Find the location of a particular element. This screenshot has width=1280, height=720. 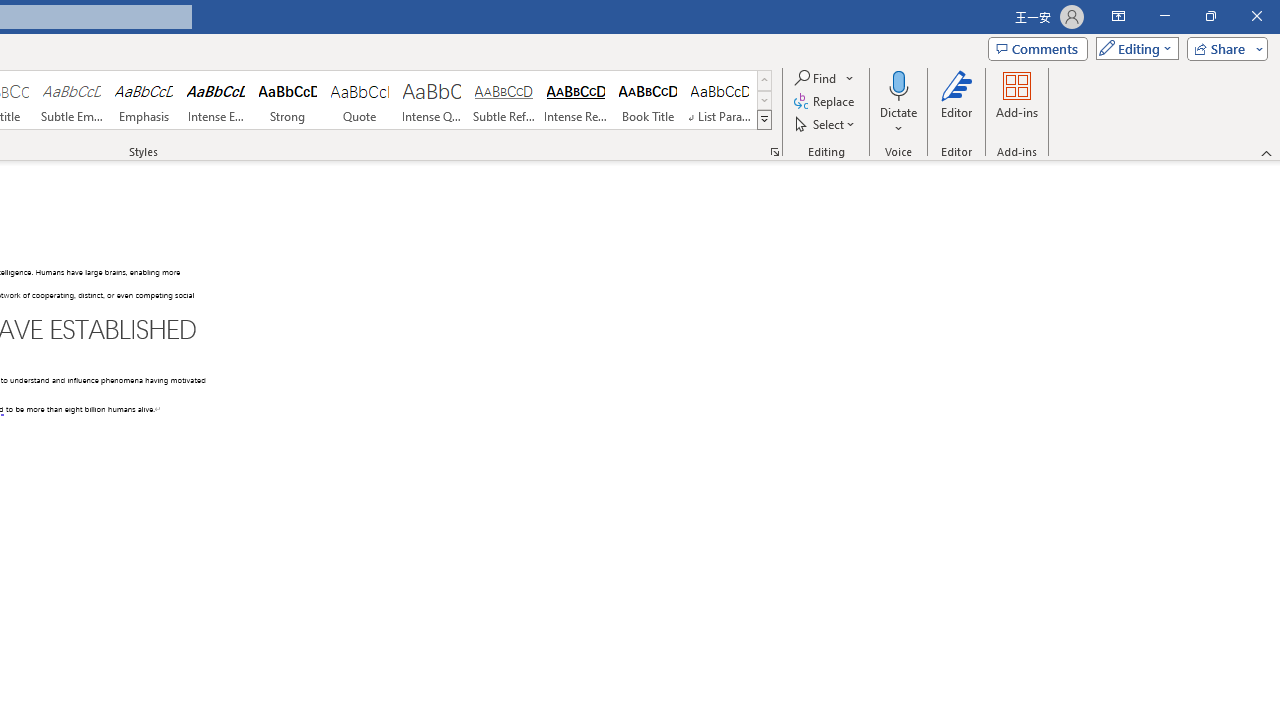

'Row up' is located at coordinates (763, 79).